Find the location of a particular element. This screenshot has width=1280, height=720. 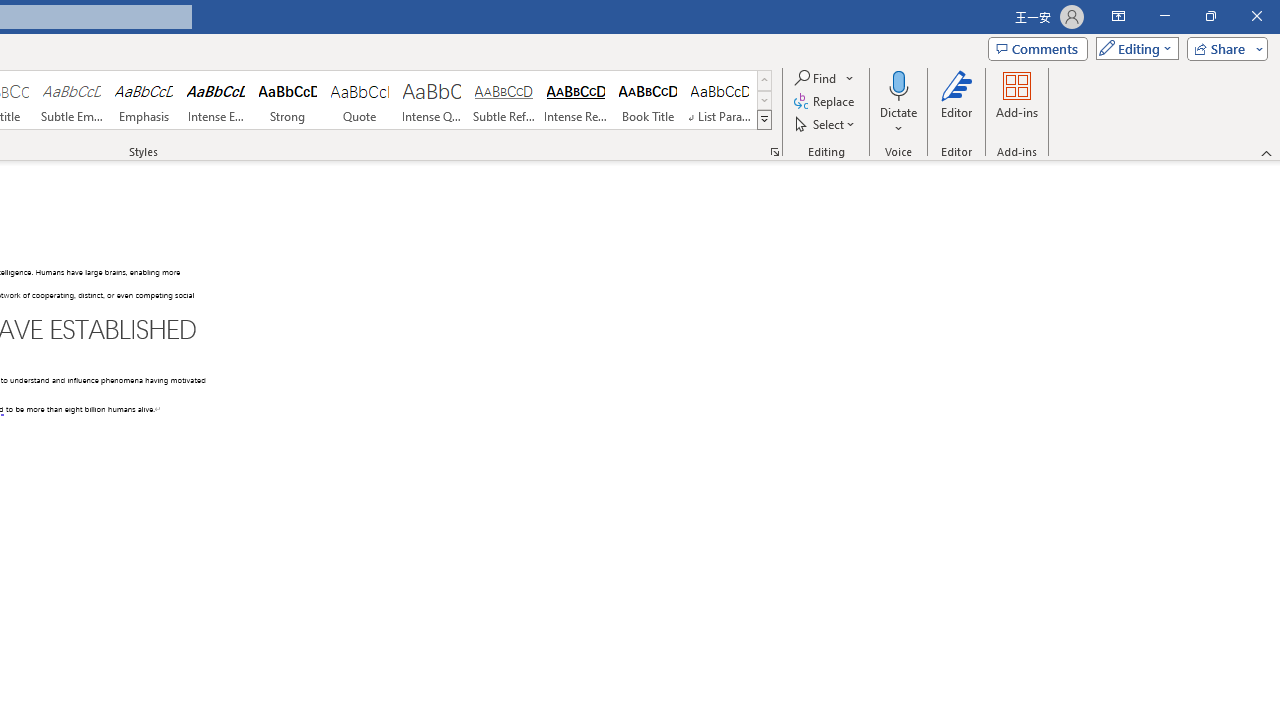

'Row up' is located at coordinates (763, 79).